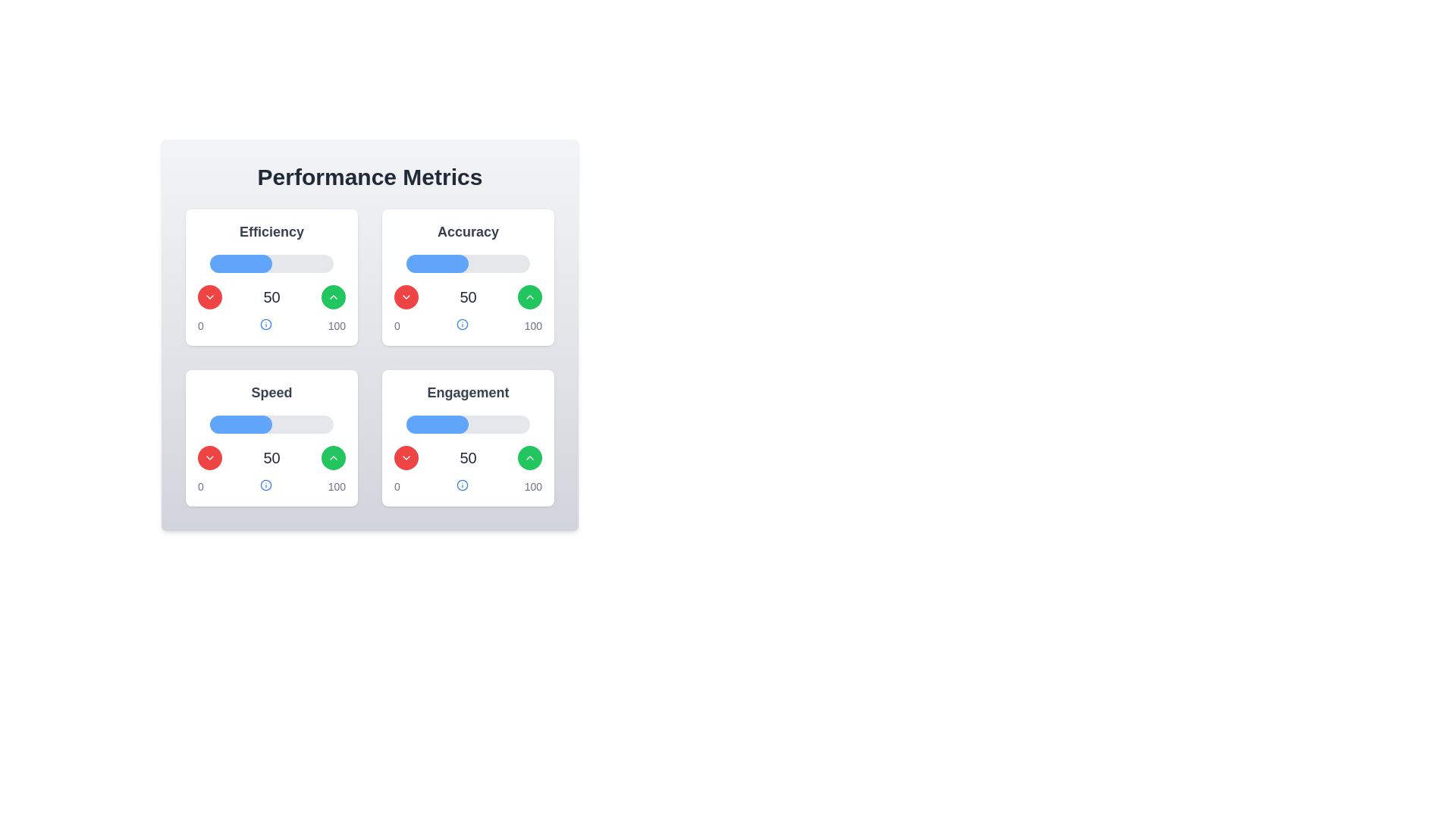  Describe the element at coordinates (467, 457) in the screenshot. I see `the Text element displaying the numeric value '50' under the 'Engagement' card in the bottom-right of the 2x2 grid layout, located between a red circular button and a green circular button` at that location.